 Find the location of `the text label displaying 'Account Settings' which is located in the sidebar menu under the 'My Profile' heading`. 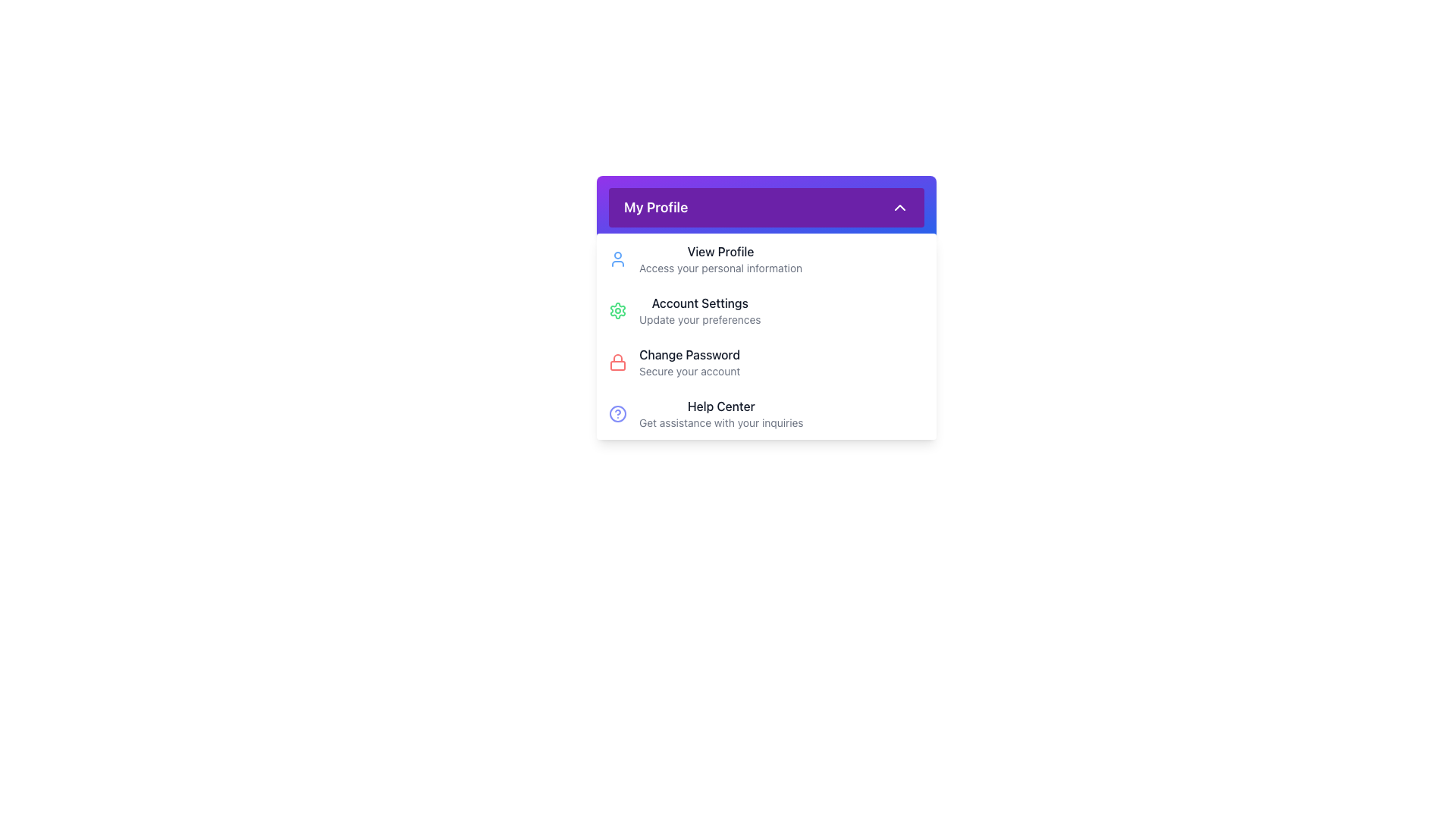

the text label displaying 'Account Settings' which is located in the sidebar menu under the 'My Profile' heading is located at coordinates (699, 303).